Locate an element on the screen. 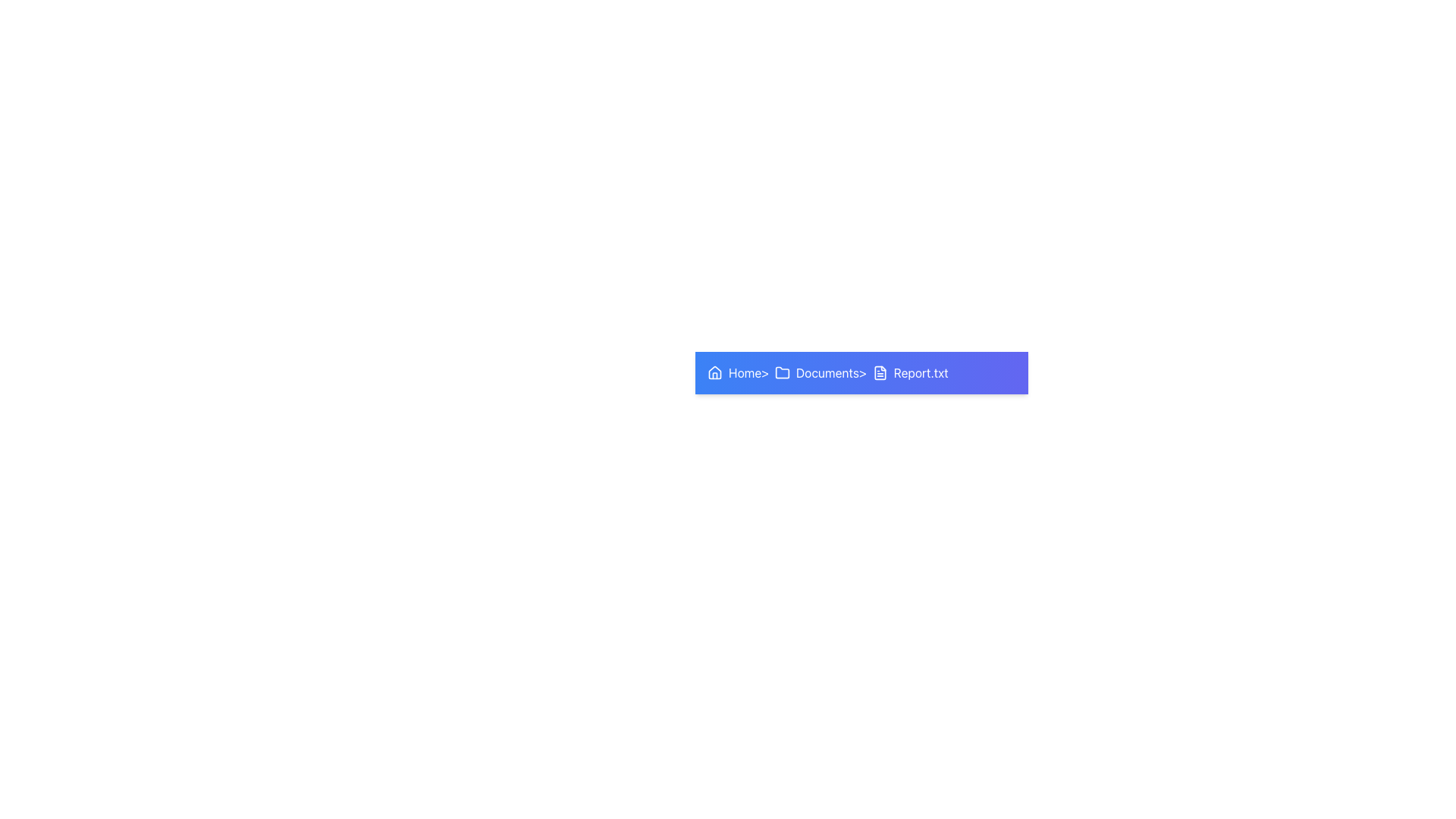  the file icon representing 'Report.txt' to observe its associated action or tooltip is located at coordinates (880, 373).